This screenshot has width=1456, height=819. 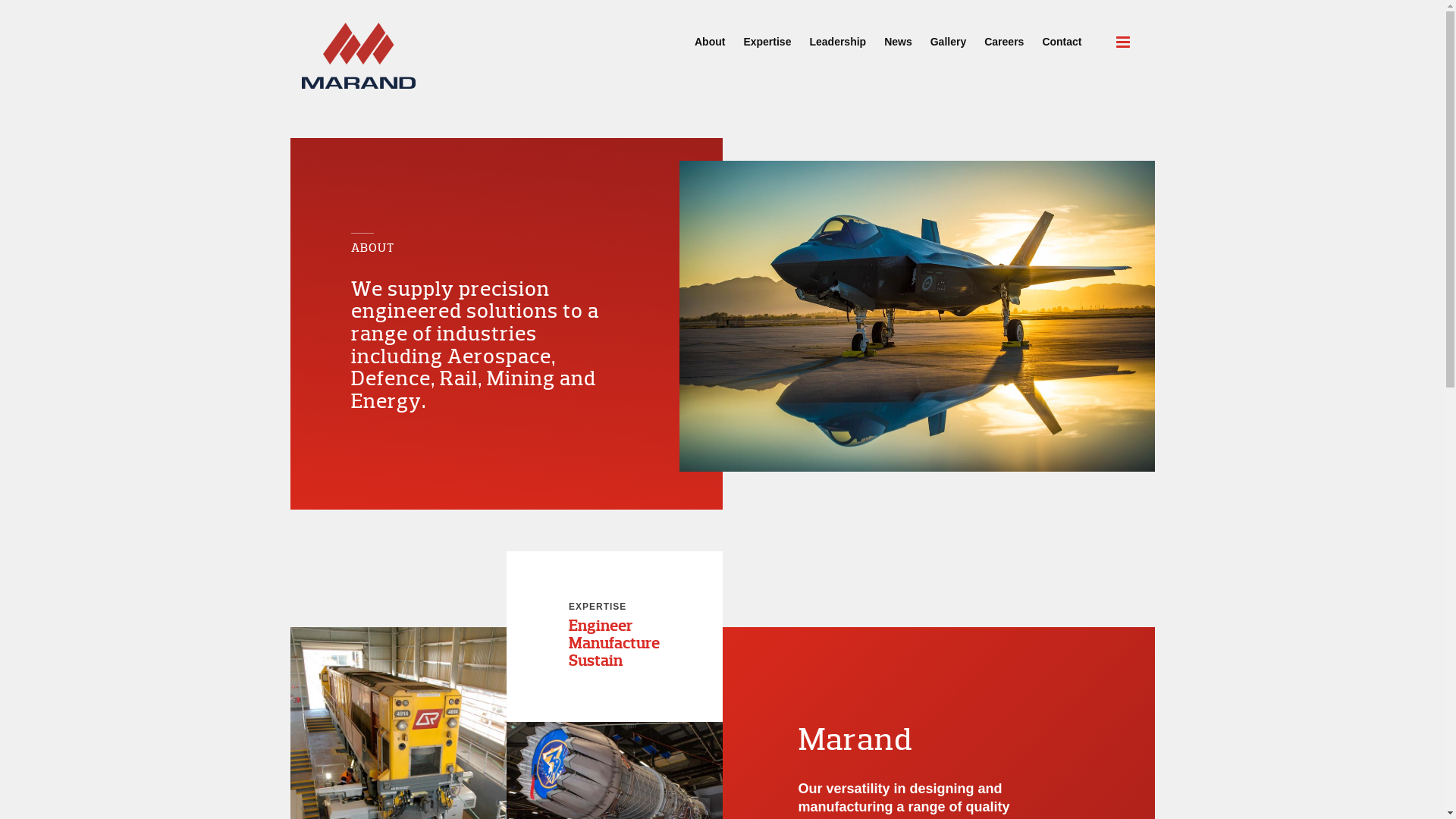 What do you see at coordinates (614, 643) in the screenshot?
I see `'Manufacture'` at bounding box center [614, 643].